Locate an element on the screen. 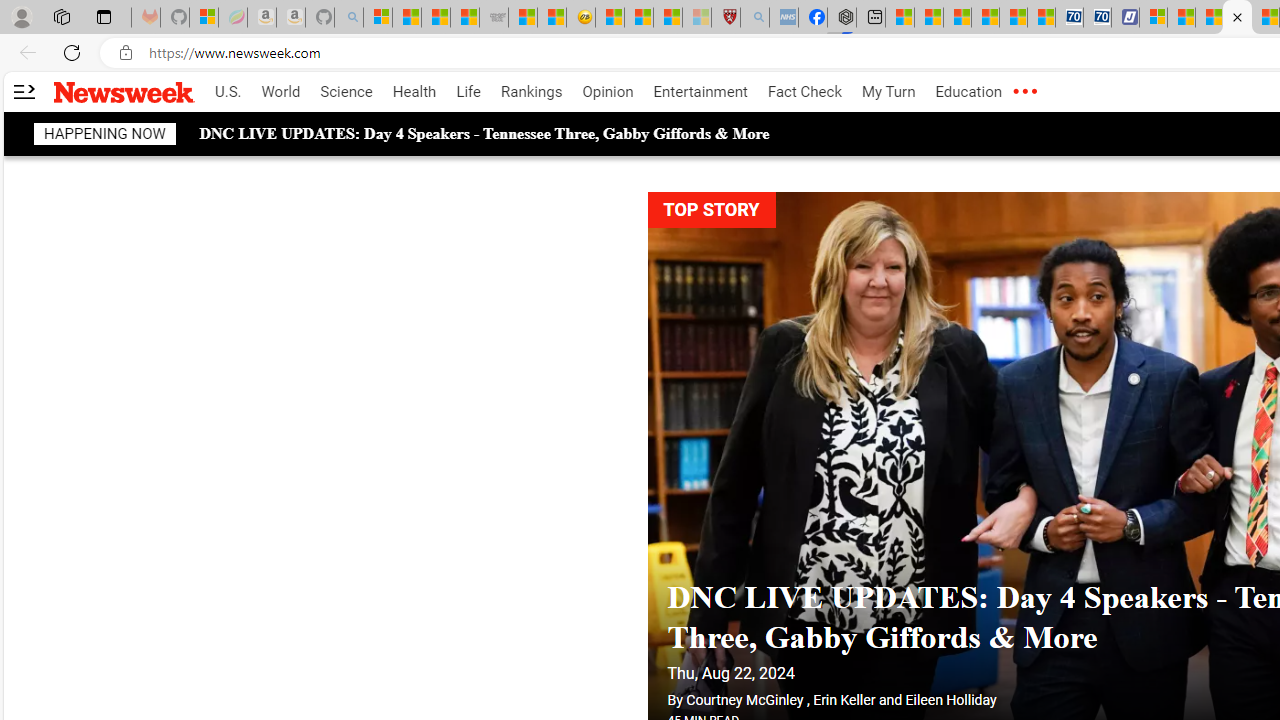 Image resolution: width=1280 pixels, height=720 pixels. 'Cheap Car Rentals - Save70.com' is located at coordinates (1068, 17).